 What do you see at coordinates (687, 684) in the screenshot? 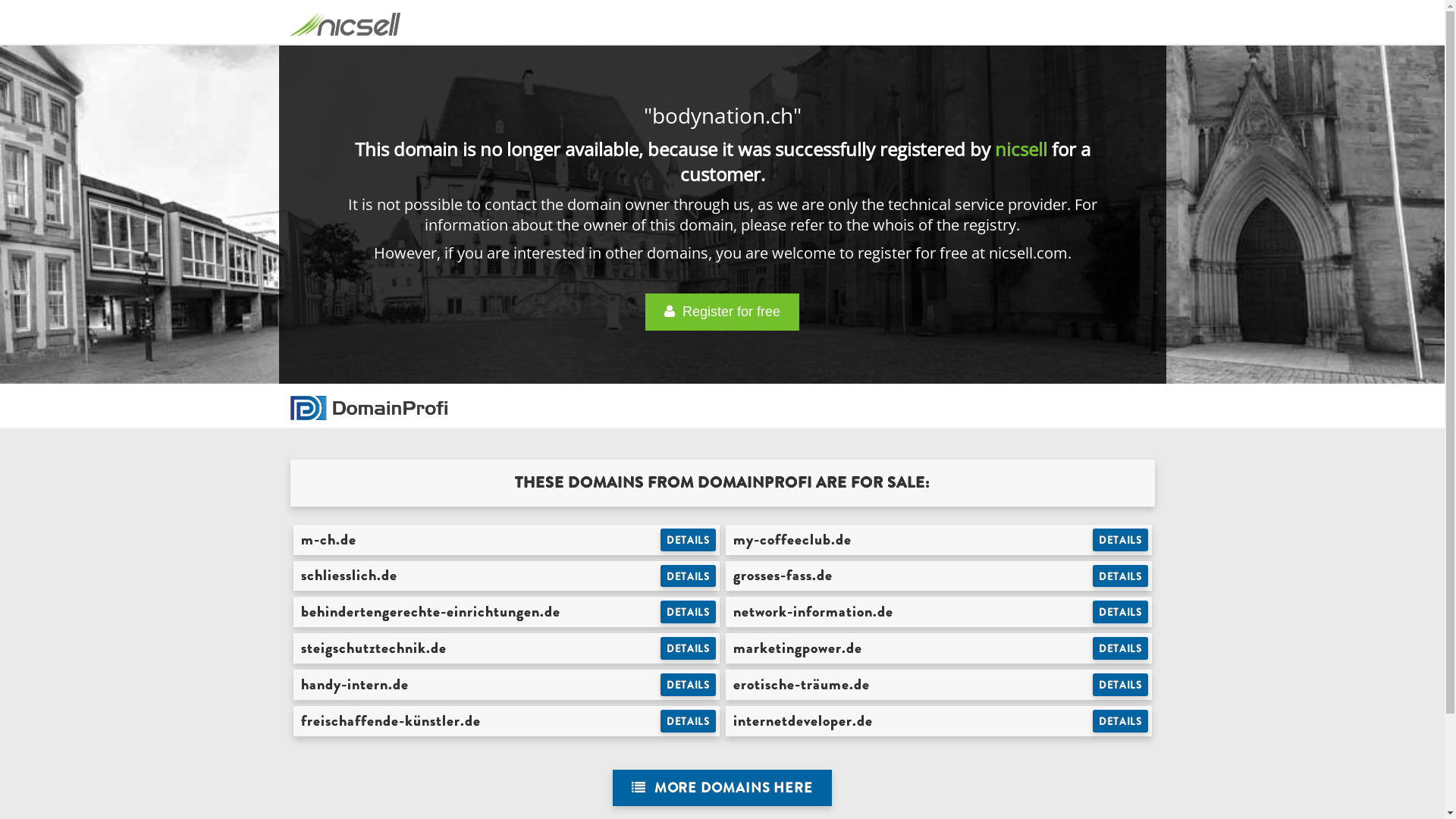
I see `'DETAILS'` at bounding box center [687, 684].